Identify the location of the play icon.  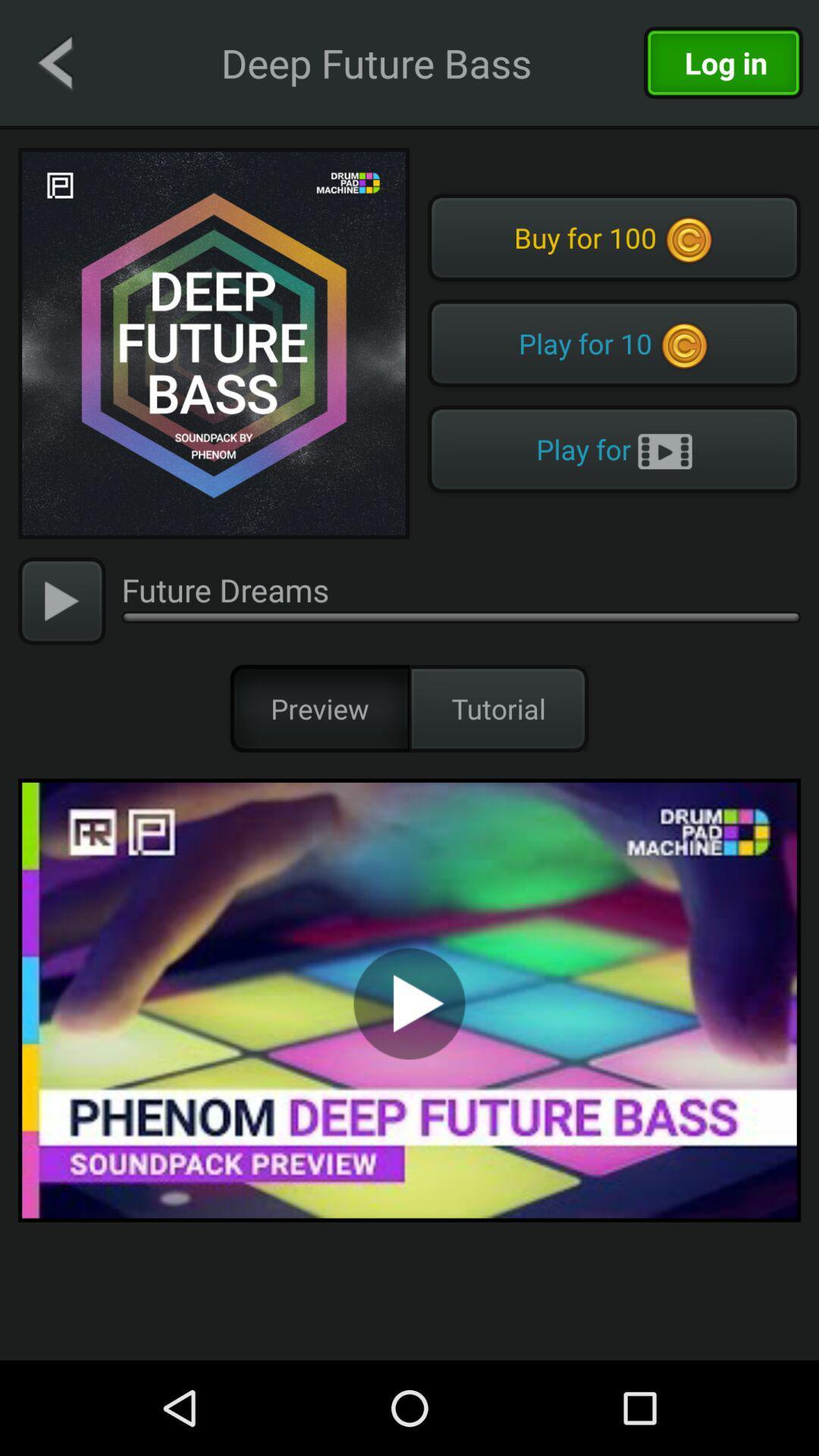
(61, 600).